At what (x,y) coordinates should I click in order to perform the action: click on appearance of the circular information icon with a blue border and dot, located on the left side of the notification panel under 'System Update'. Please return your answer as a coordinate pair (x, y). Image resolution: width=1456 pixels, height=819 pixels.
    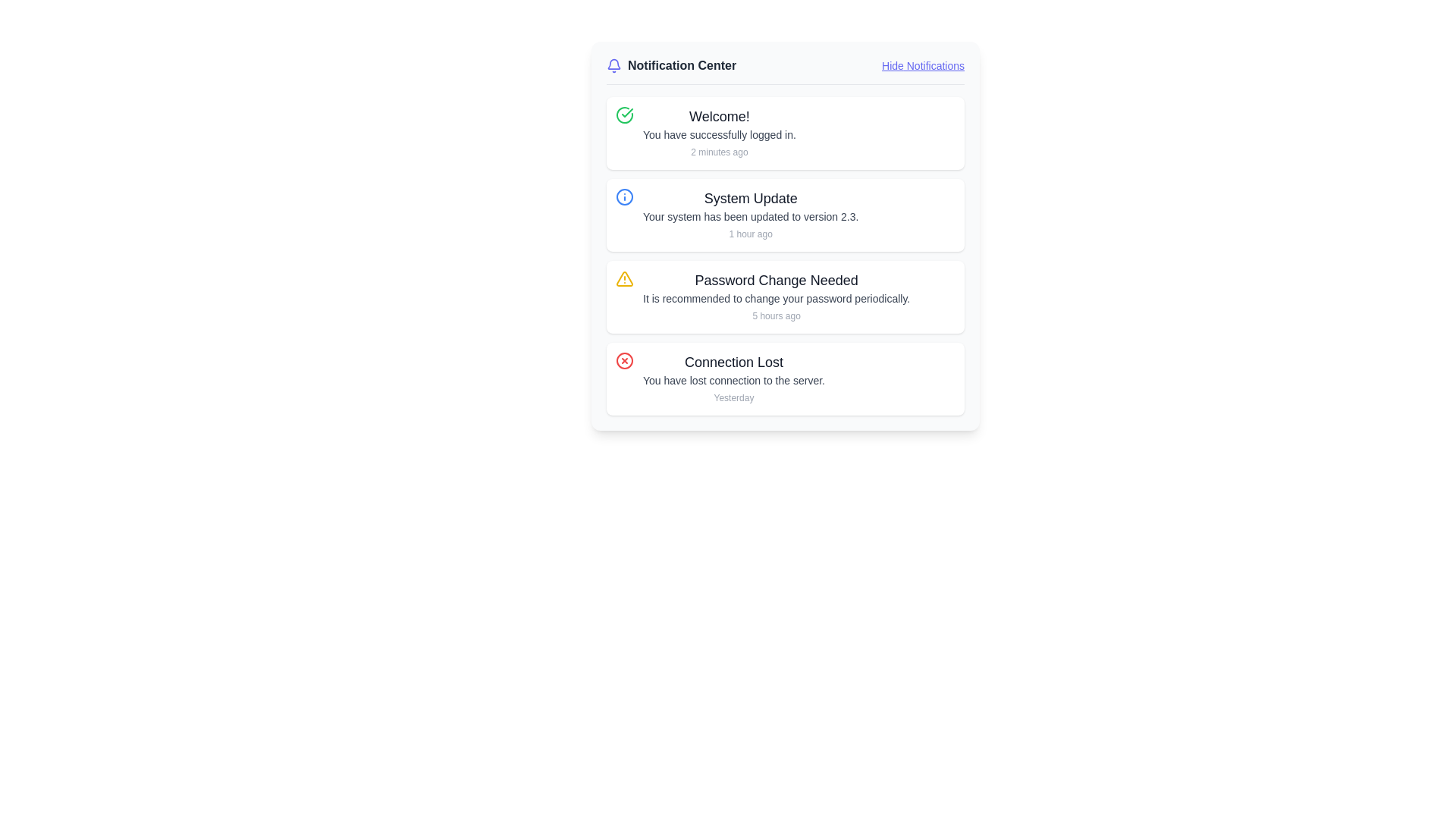
    Looking at the image, I should click on (625, 196).